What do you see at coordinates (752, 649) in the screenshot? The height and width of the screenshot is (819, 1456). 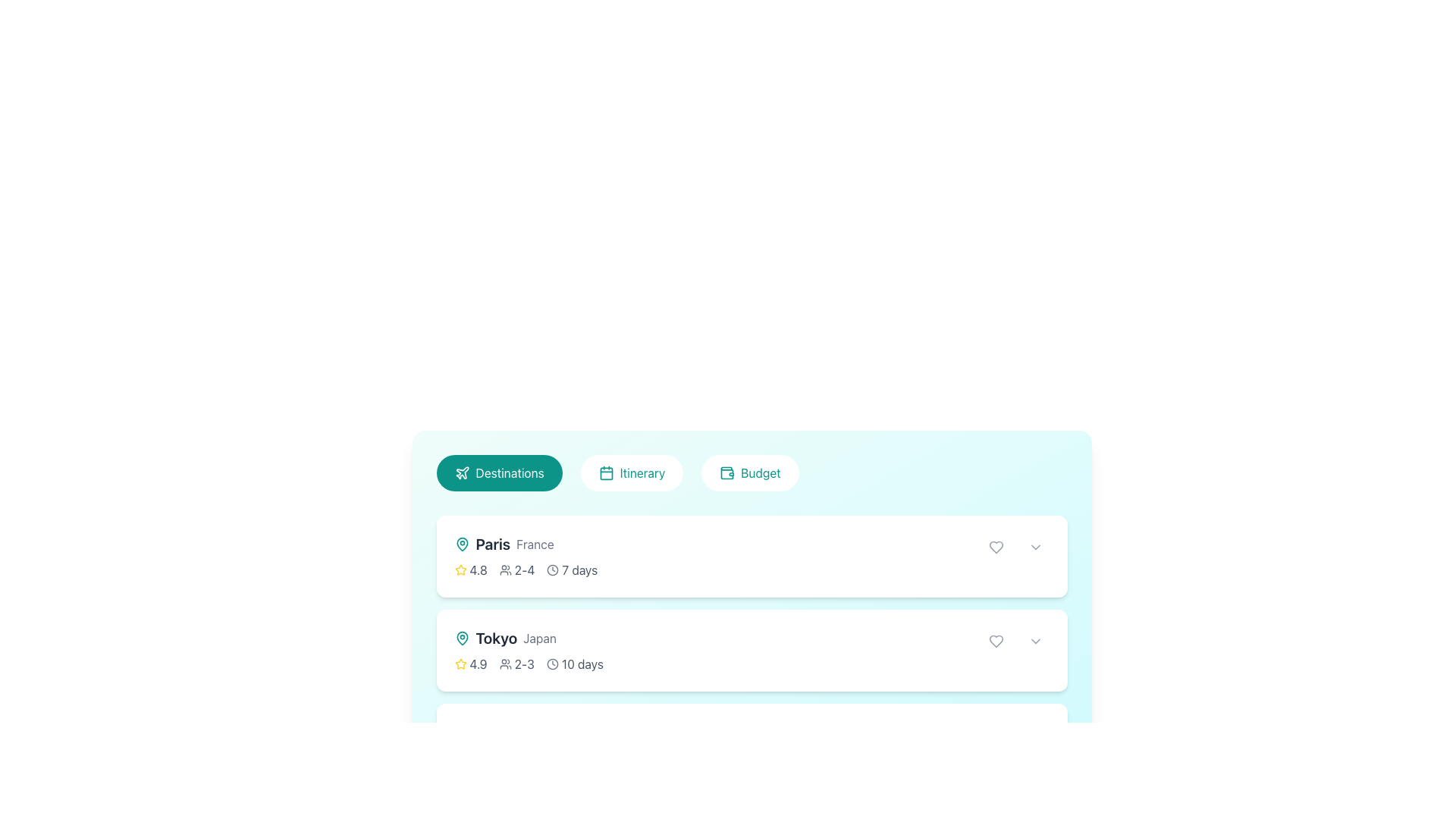 I see `the static informational card displaying 'Tokyo, Japan', which is the second item in a horizontal list of informational cards` at bounding box center [752, 649].